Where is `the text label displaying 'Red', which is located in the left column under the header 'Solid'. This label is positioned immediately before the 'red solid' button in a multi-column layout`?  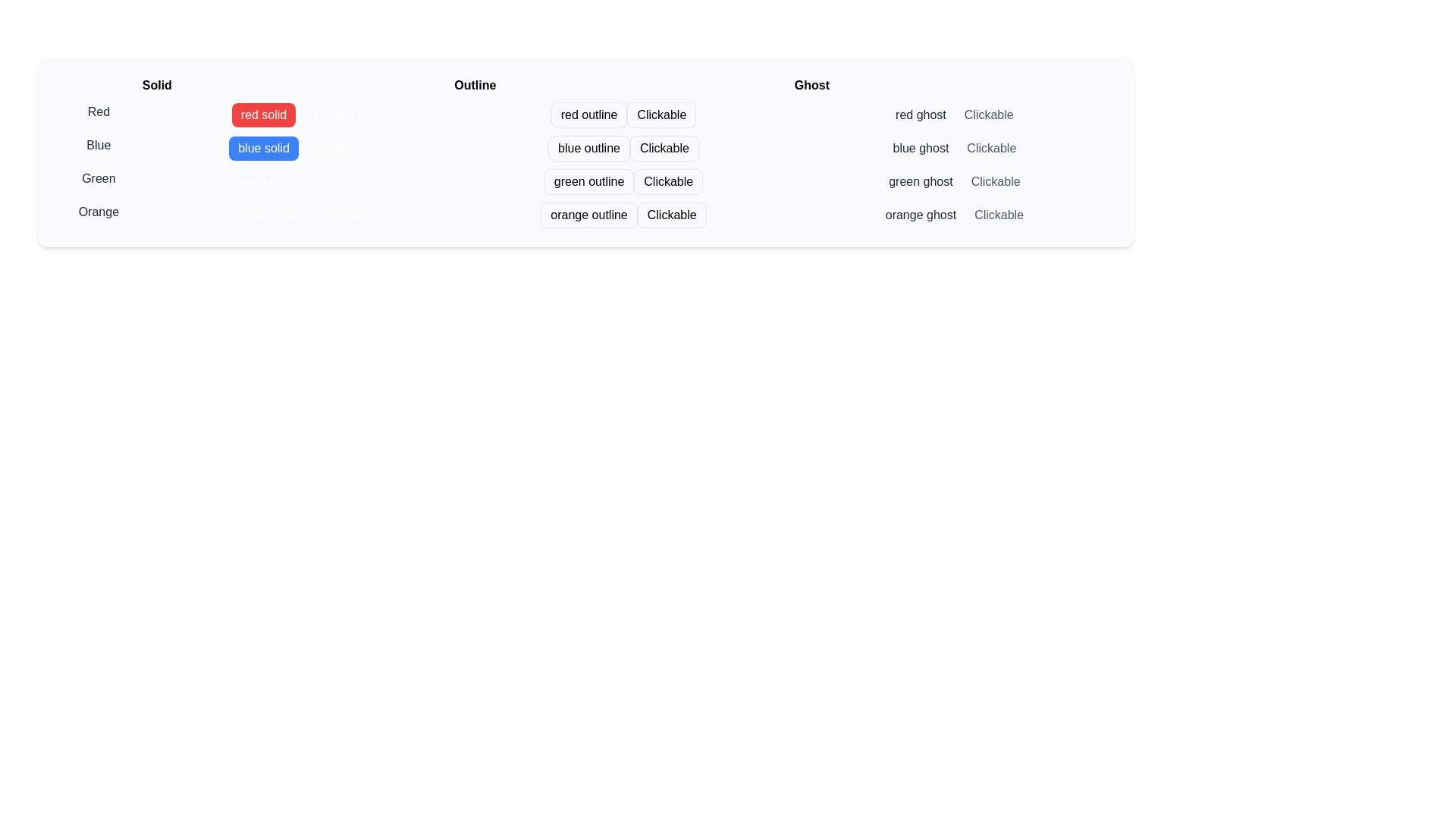
the text label displaying 'Red', which is located in the left column under the header 'Solid'. This label is positioned immediately before the 'red solid' button in a multi-column layout is located at coordinates (98, 111).